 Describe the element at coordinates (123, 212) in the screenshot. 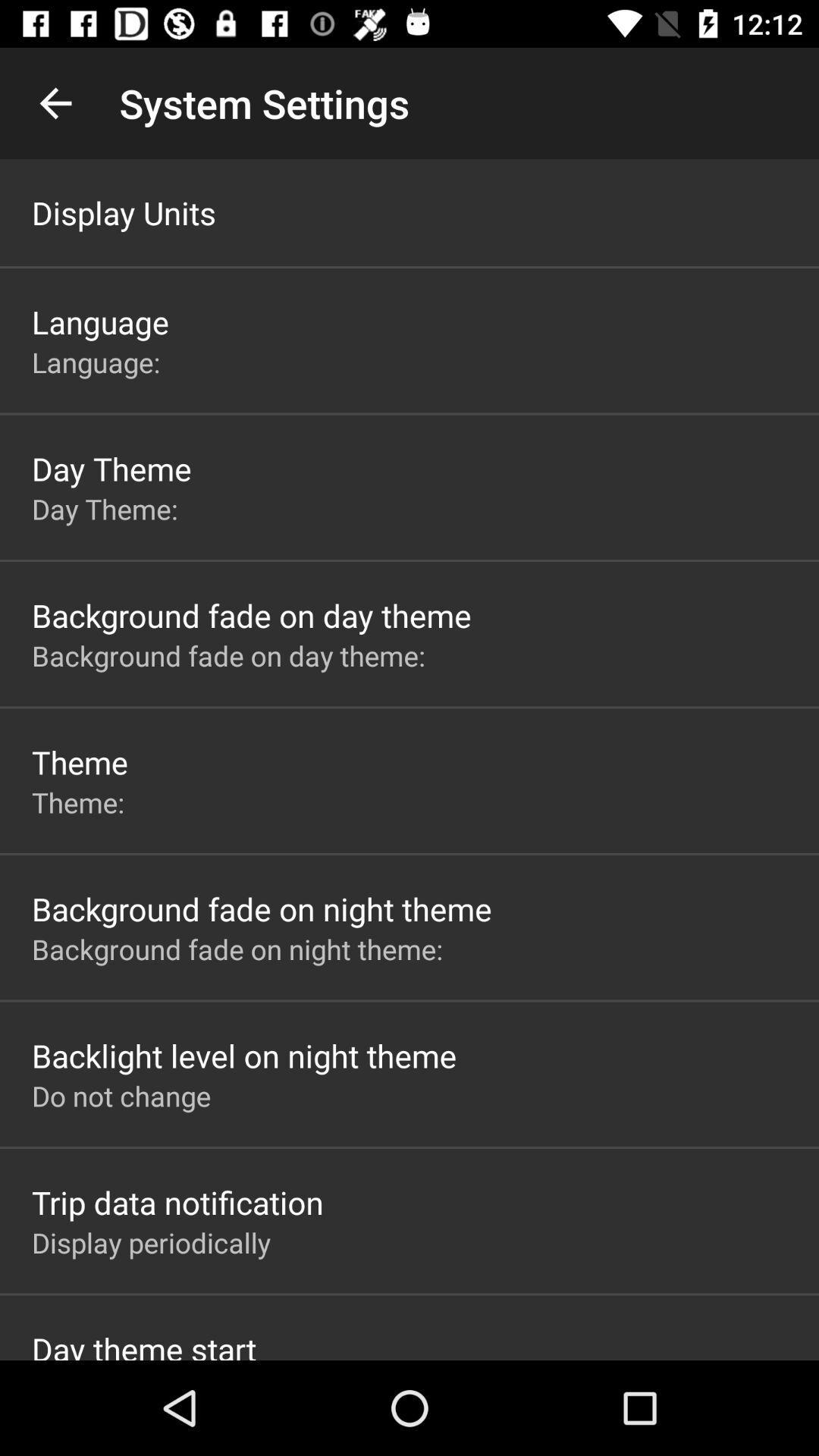

I see `display units app` at that location.